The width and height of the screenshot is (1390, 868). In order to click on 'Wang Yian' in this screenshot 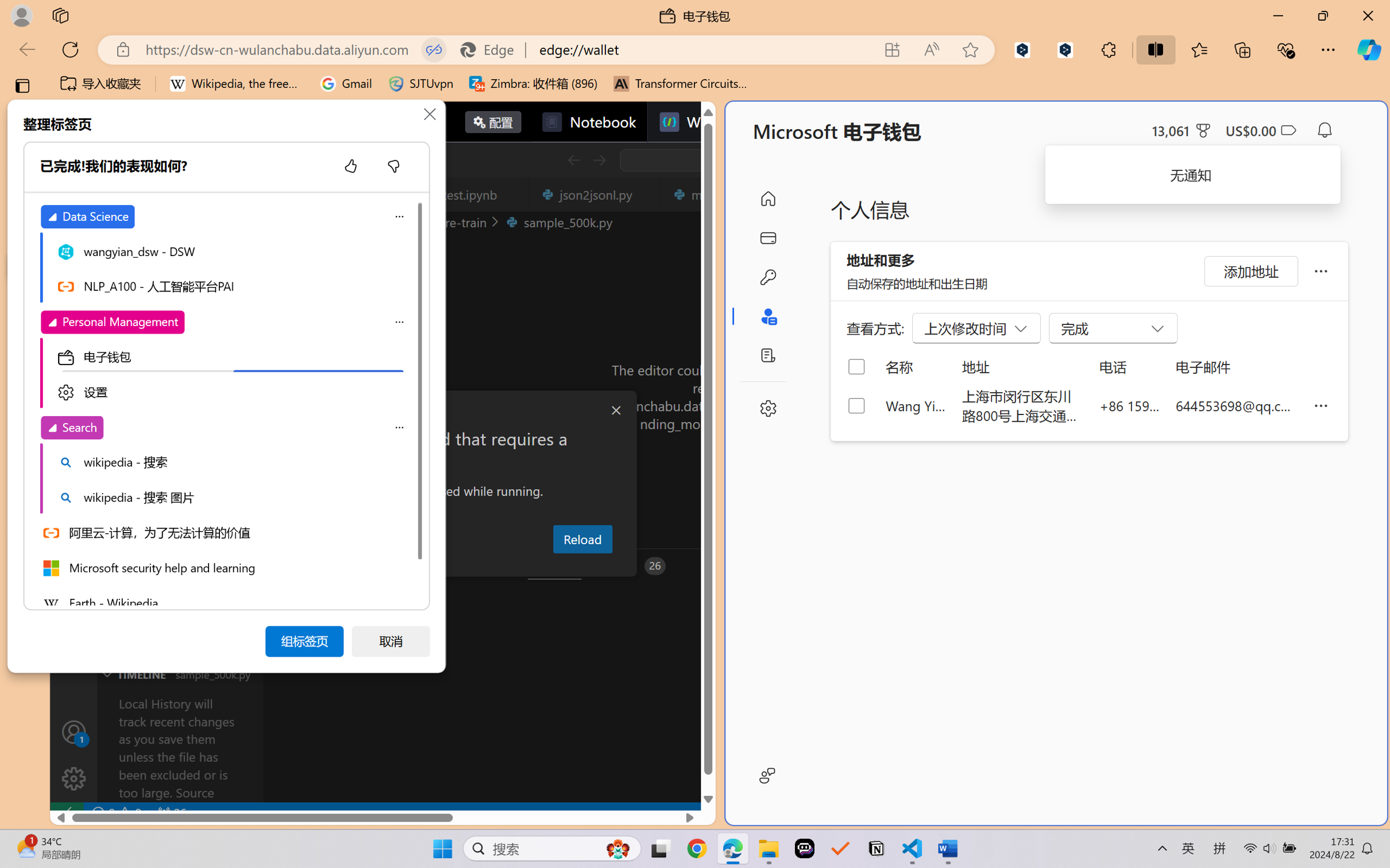, I will do `click(914, 405)`.